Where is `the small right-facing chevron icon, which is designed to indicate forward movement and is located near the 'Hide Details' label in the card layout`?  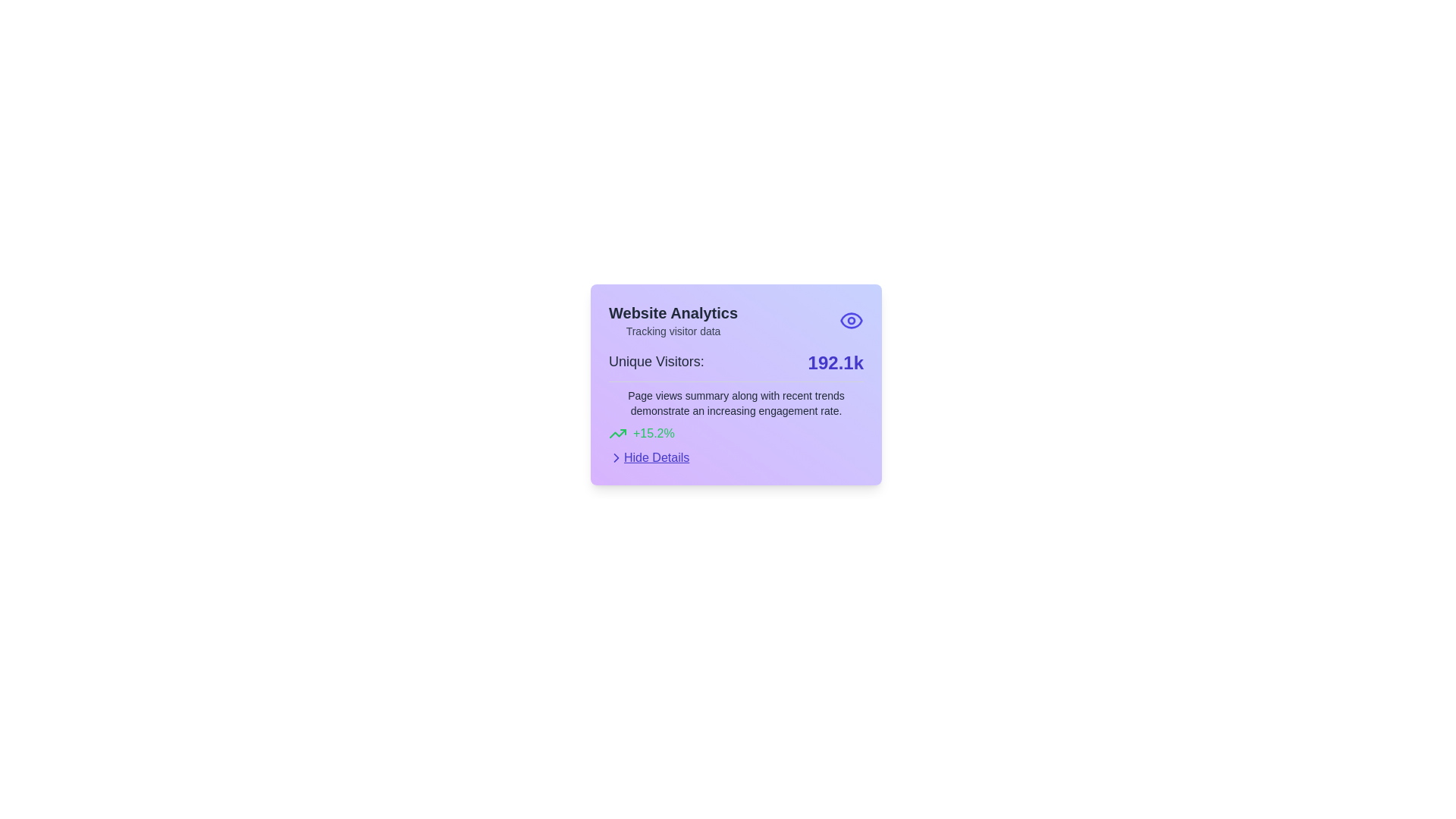 the small right-facing chevron icon, which is designed to indicate forward movement and is located near the 'Hide Details' label in the card layout is located at coordinates (616, 457).